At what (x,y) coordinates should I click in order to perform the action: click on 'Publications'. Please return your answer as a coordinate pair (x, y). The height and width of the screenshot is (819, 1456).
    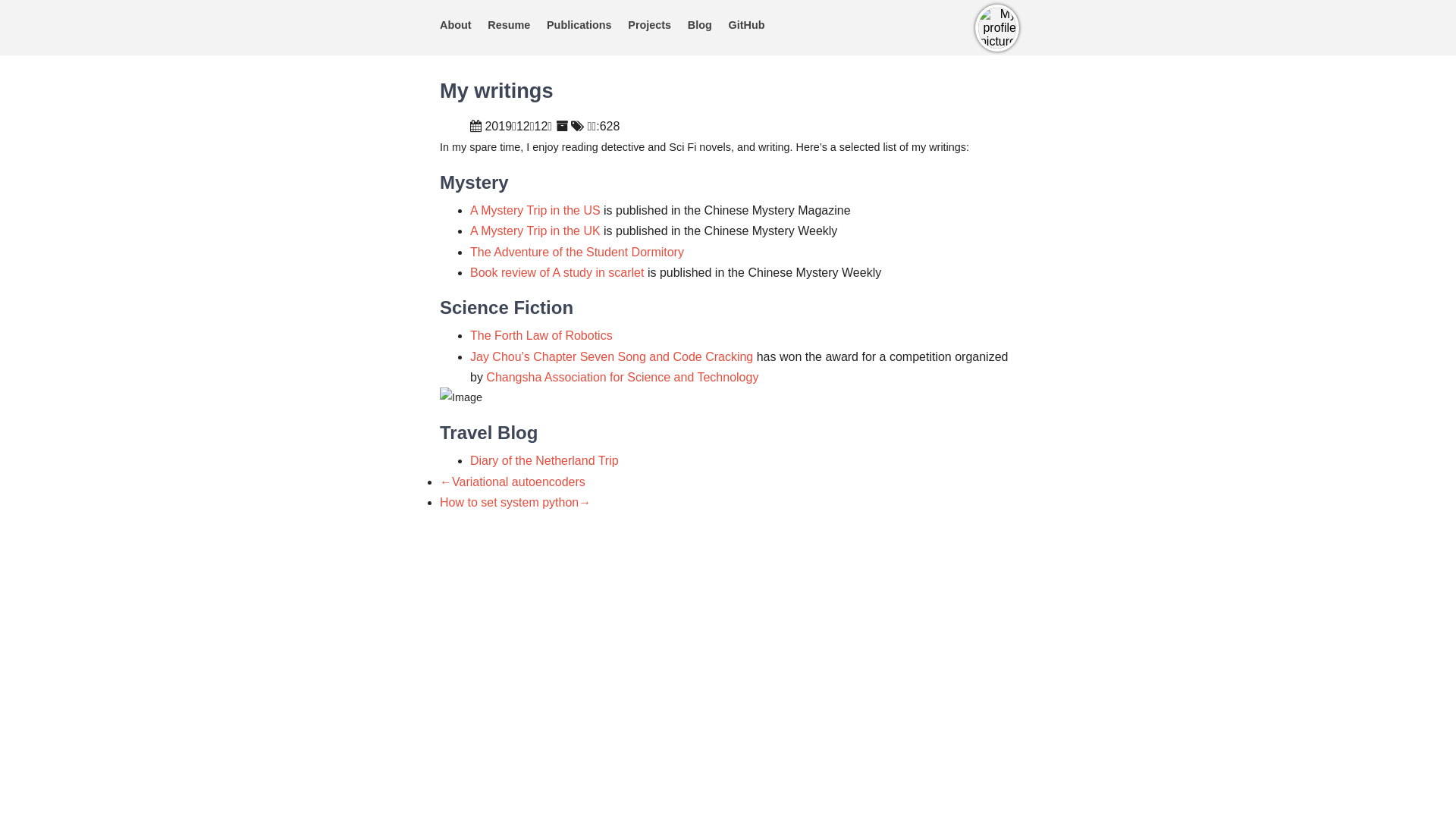
    Looking at the image, I should click on (578, 27).